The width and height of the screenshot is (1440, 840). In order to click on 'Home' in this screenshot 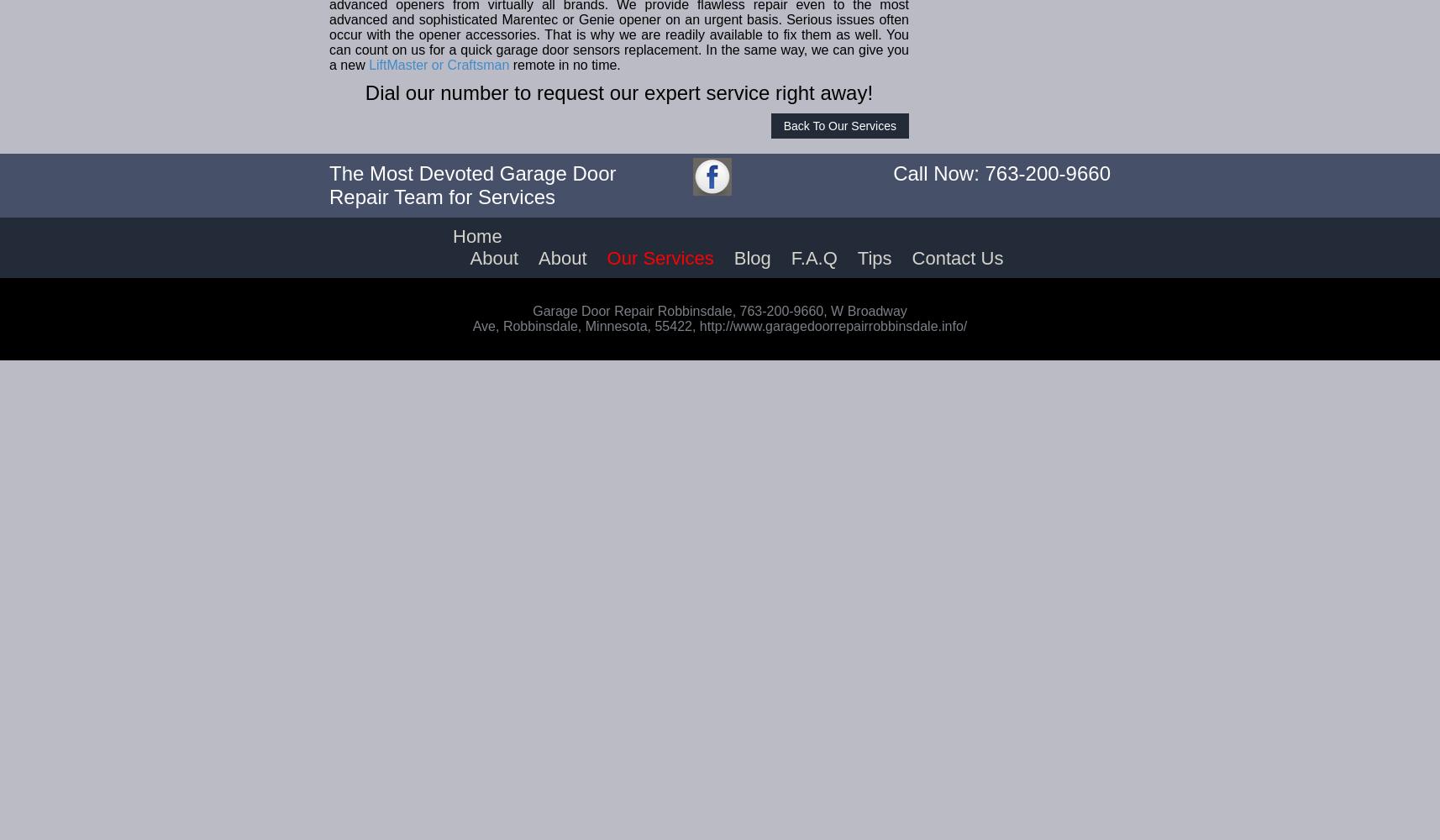, I will do `click(477, 236)`.